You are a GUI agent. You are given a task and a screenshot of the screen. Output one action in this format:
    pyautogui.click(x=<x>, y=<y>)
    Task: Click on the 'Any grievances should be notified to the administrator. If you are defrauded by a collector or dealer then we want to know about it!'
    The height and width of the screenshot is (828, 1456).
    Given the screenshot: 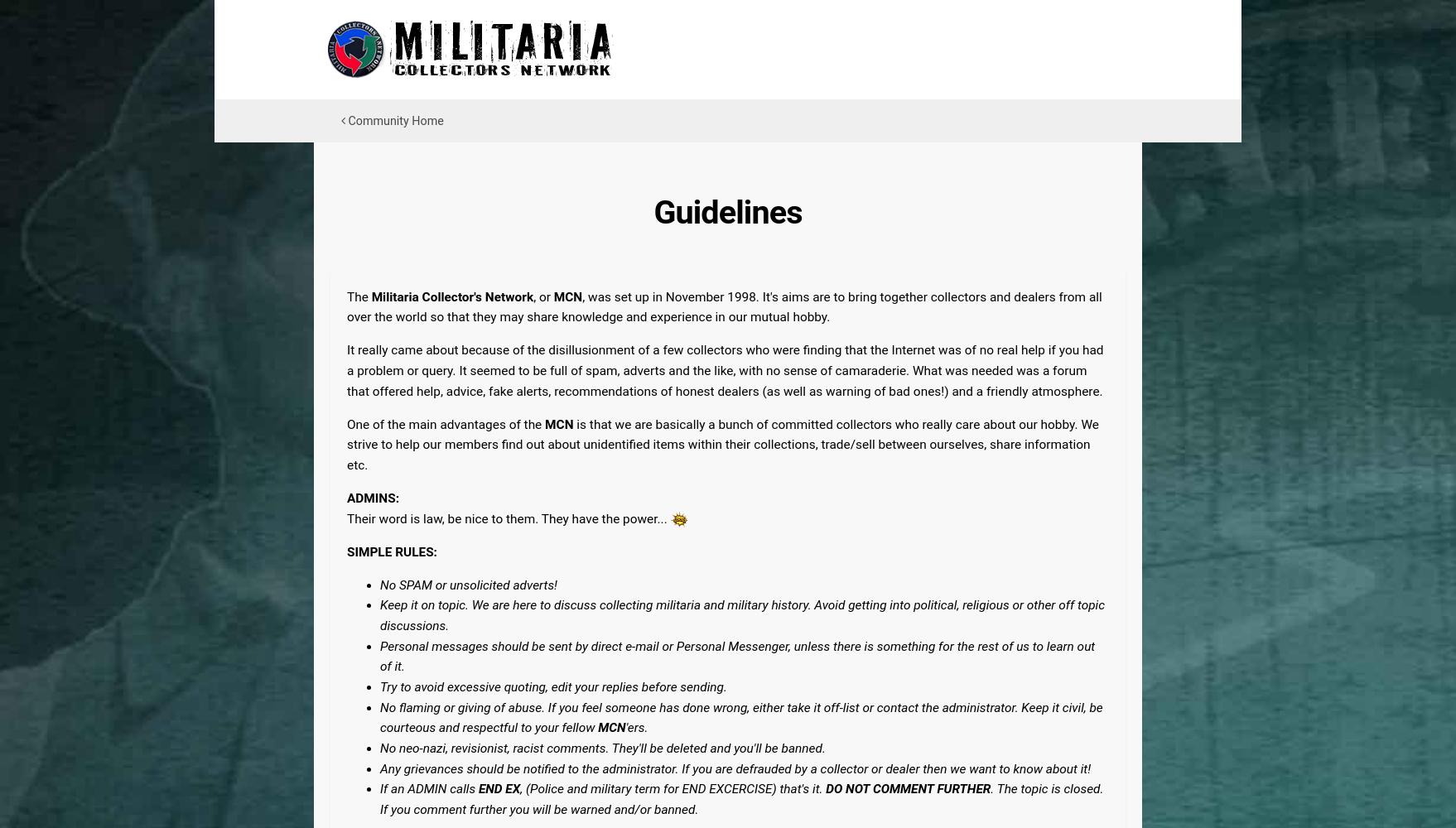 What is the action you would take?
    pyautogui.click(x=735, y=768)
    